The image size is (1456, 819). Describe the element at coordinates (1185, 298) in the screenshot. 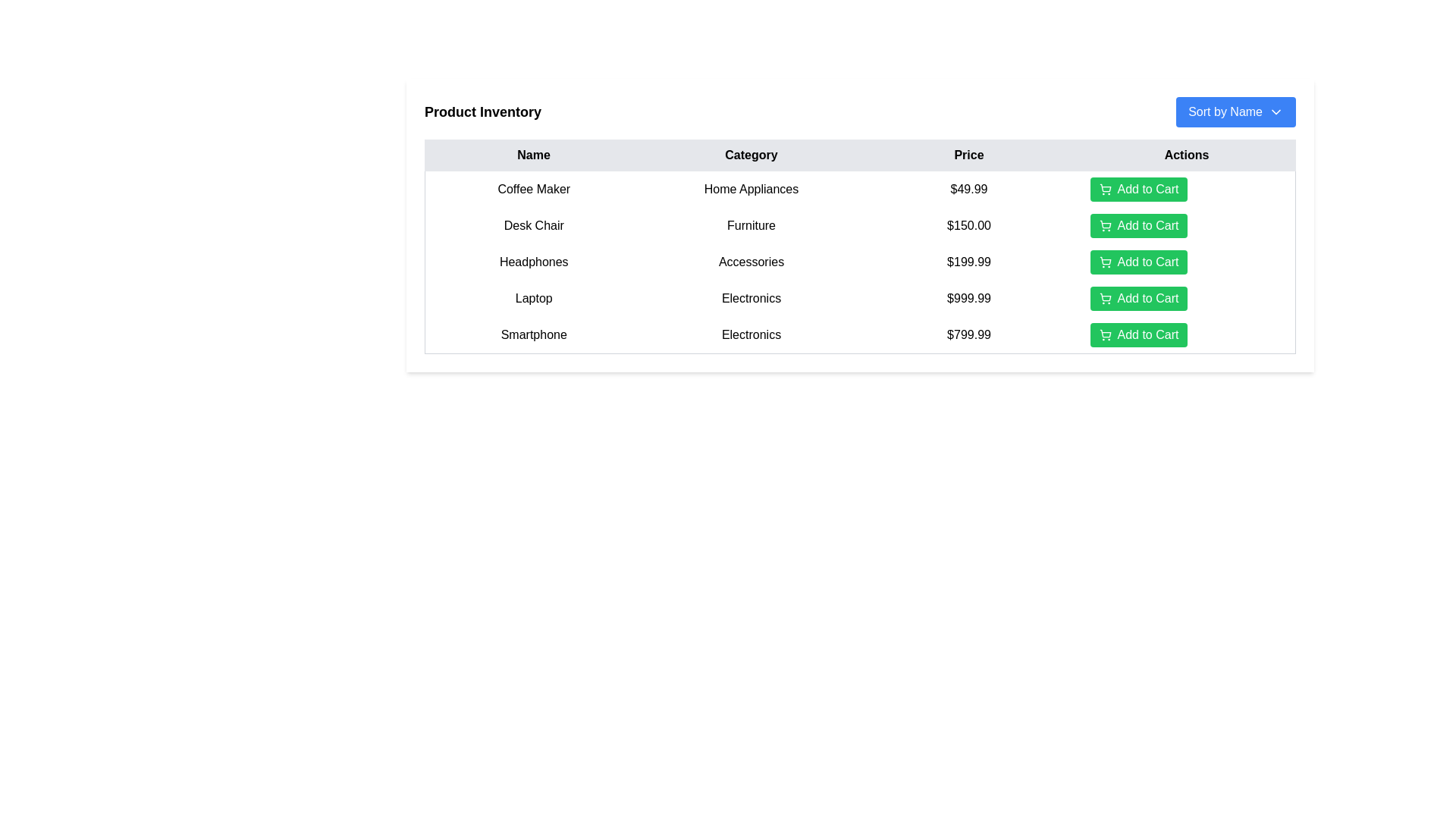

I see `the 'Add to Cart' button for the product 'Laptop' in the fourth row of the 'Product Inventory' table under the 'Actions' column` at that location.